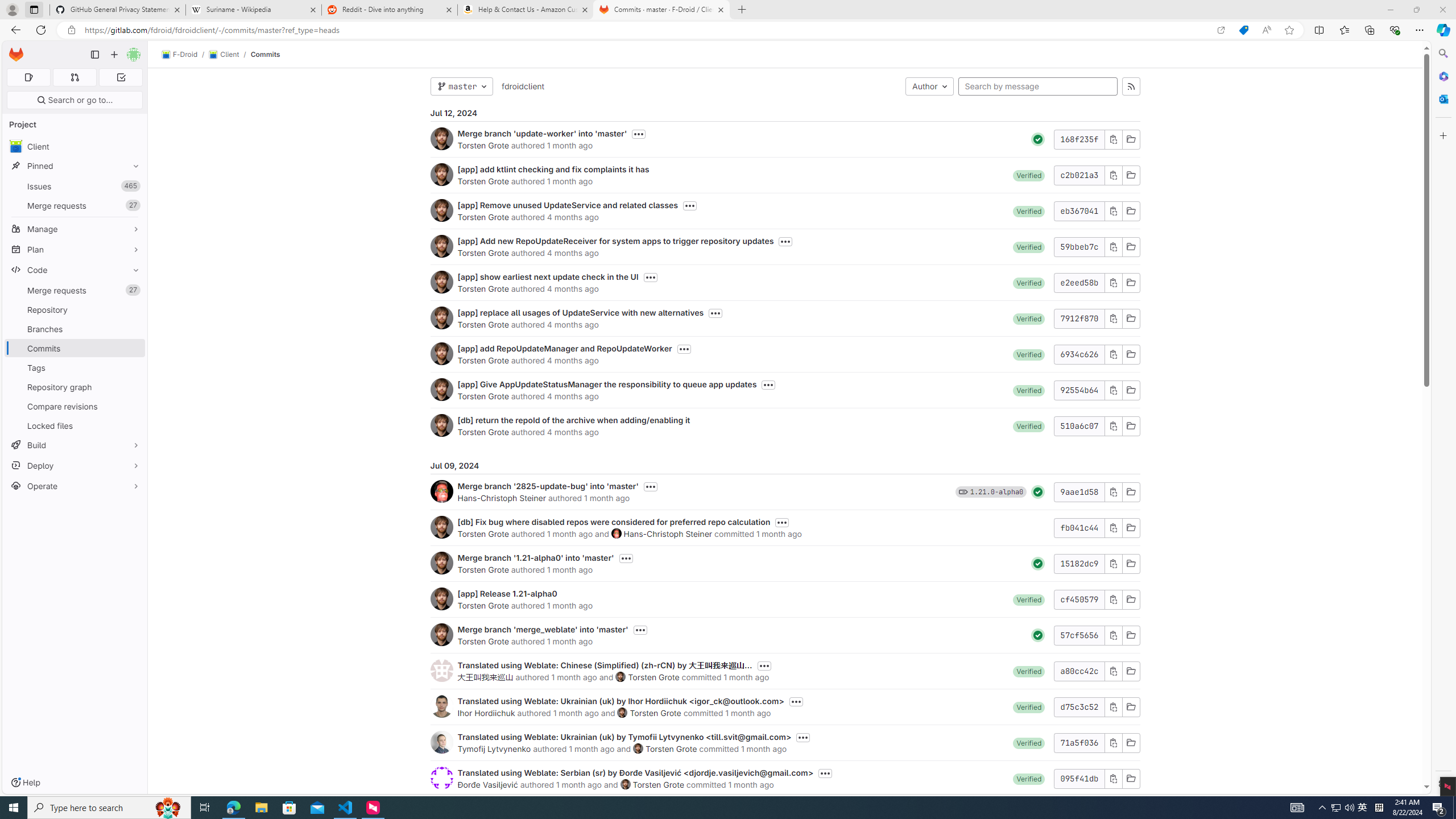 This screenshot has height=819, width=1456. Describe the element at coordinates (25, 781) in the screenshot. I see `'Help'` at that location.